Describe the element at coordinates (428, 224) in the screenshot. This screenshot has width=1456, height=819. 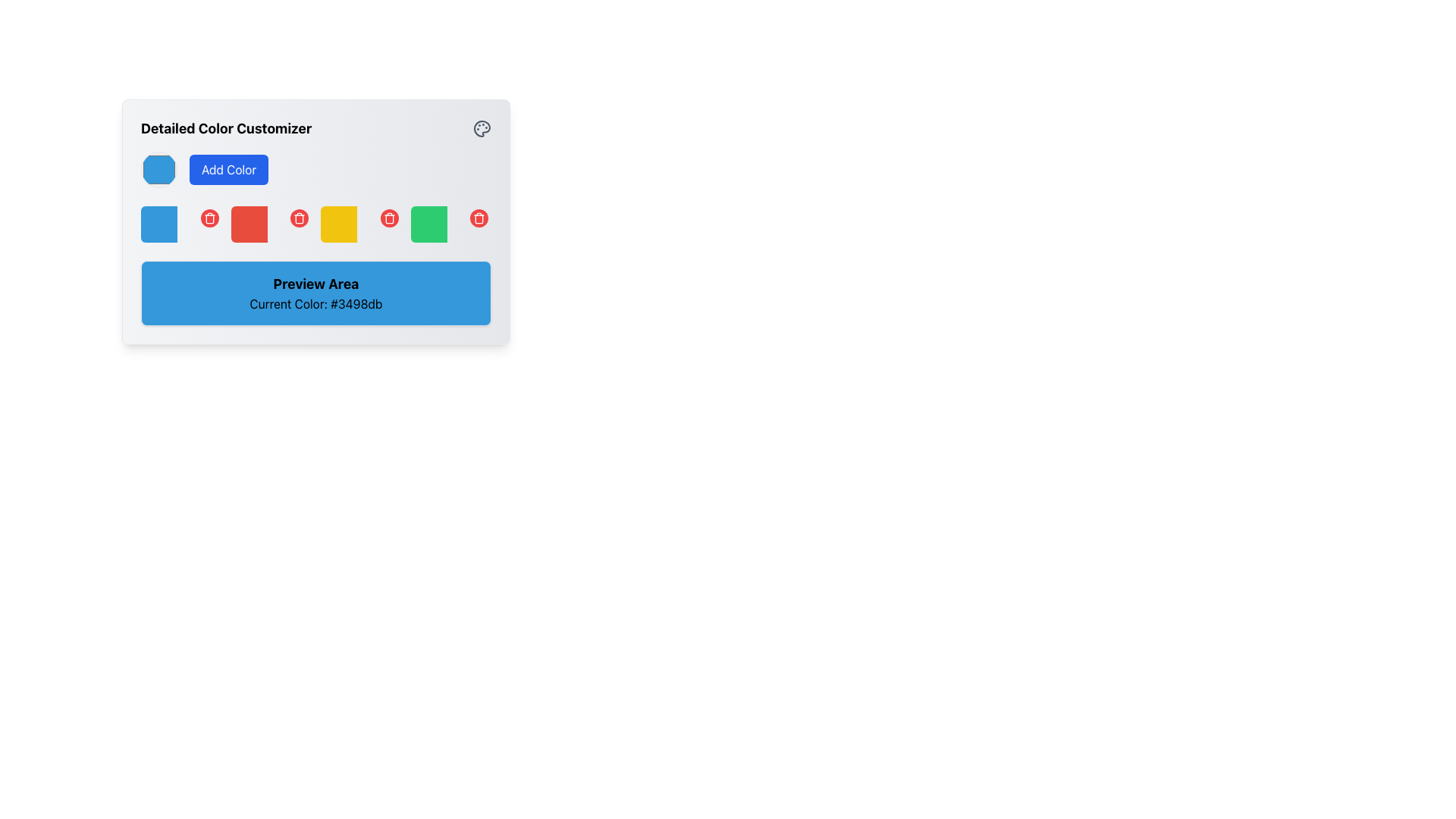
I see `the rightmost green square in the color customization tool` at that location.